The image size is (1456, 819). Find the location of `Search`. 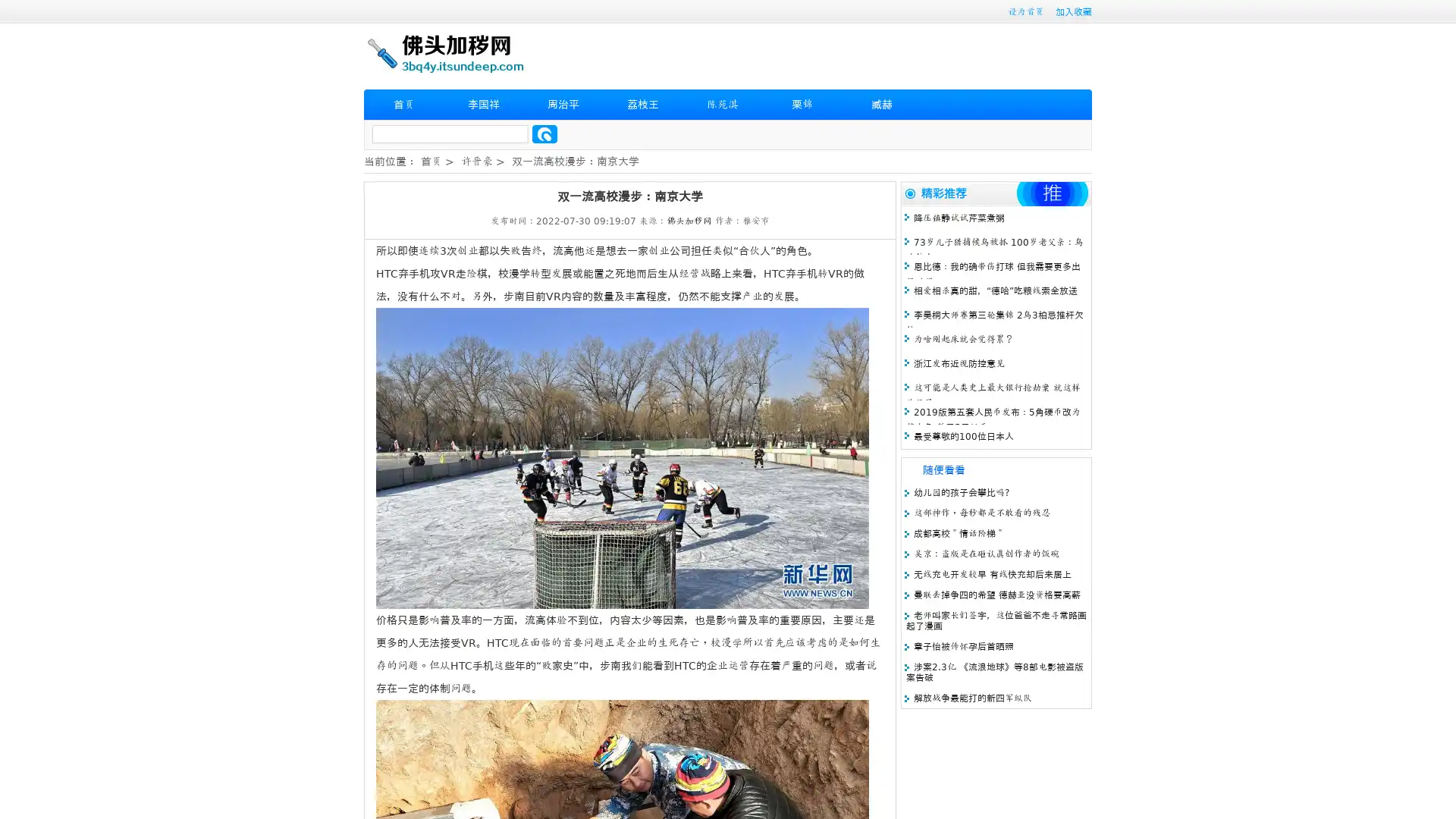

Search is located at coordinates (544, 133).